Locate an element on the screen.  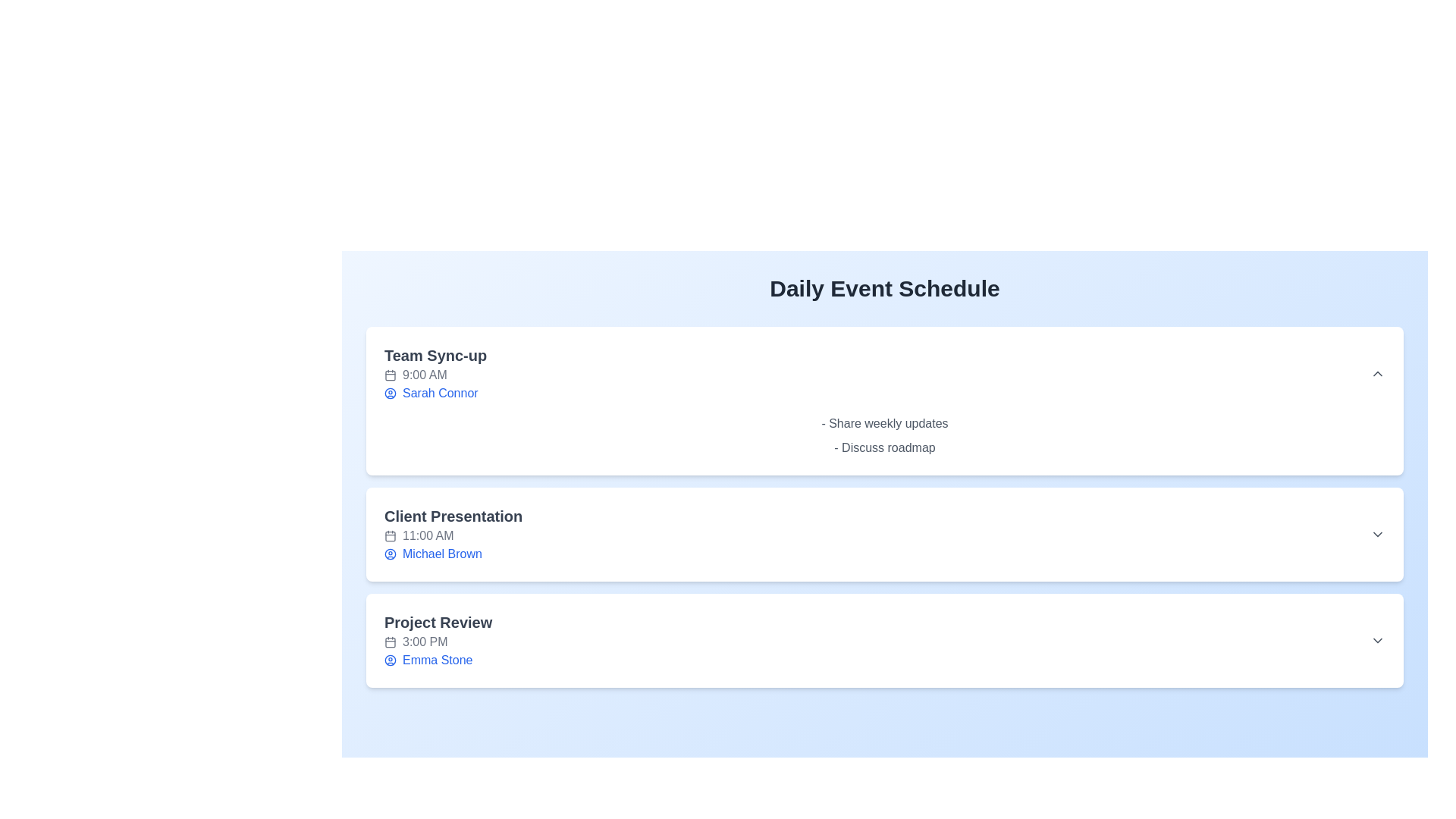
the text label displaying '3:00 PM' for the 'Project Review' event, which is located next to a calendar icon is located at coordinates (425, 642).